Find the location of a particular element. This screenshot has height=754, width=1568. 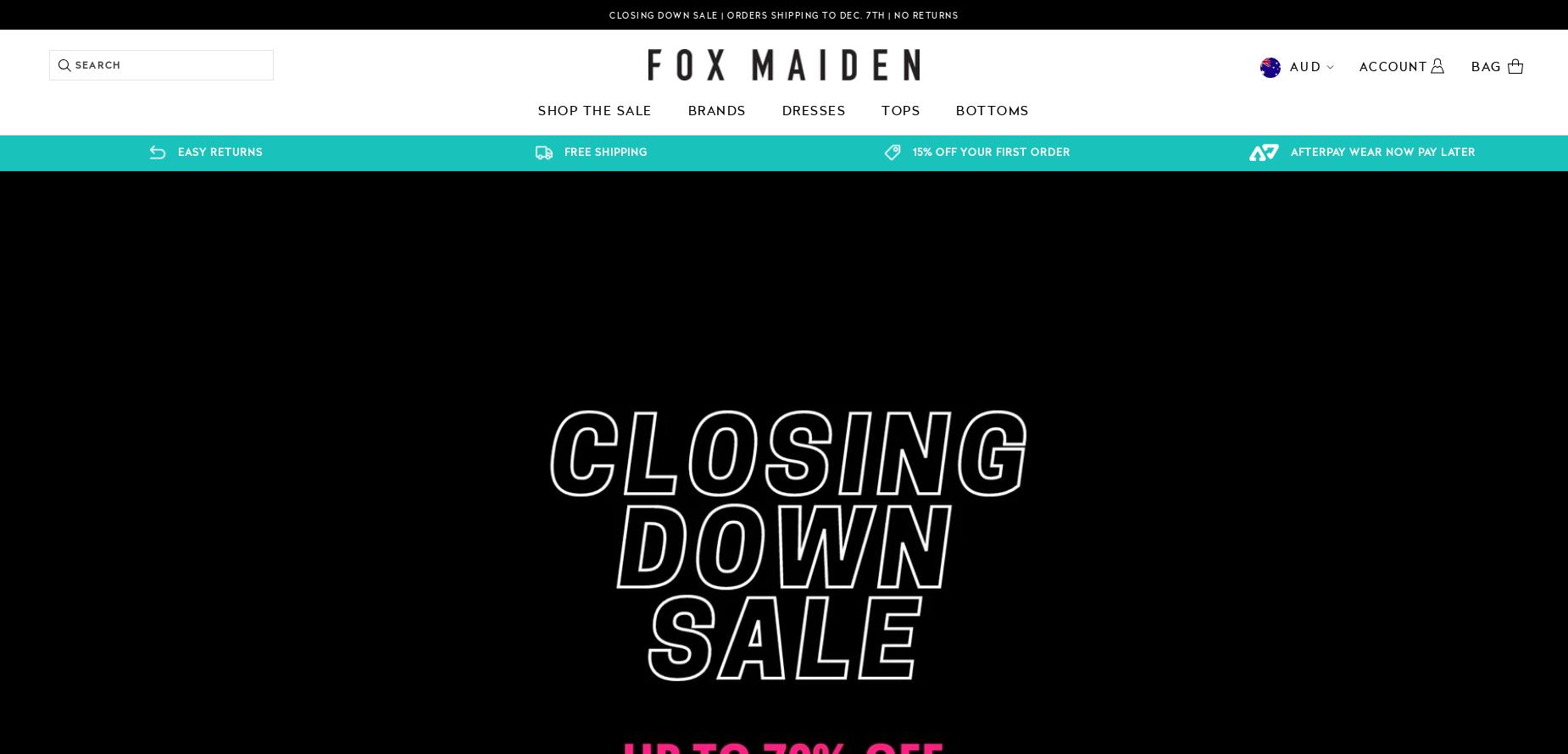

'Dresses' is located at coordinates (812, 110).